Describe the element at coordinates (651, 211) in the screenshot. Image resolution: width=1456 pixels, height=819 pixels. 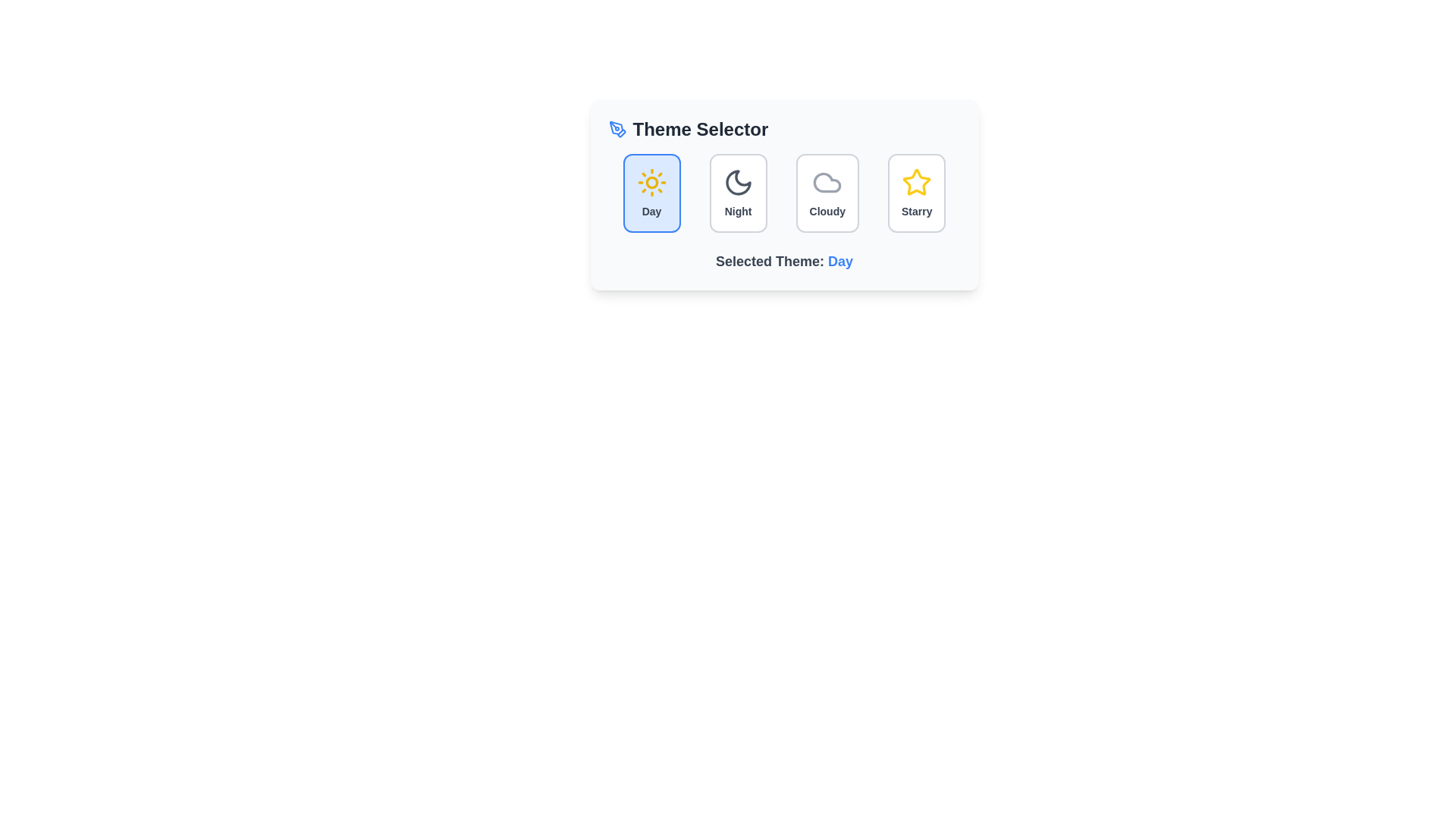
I see `the text label that reads 'Day', which is displayed in a medium-sized, bold gray font below a sun icon within a rectangular card` at that location.